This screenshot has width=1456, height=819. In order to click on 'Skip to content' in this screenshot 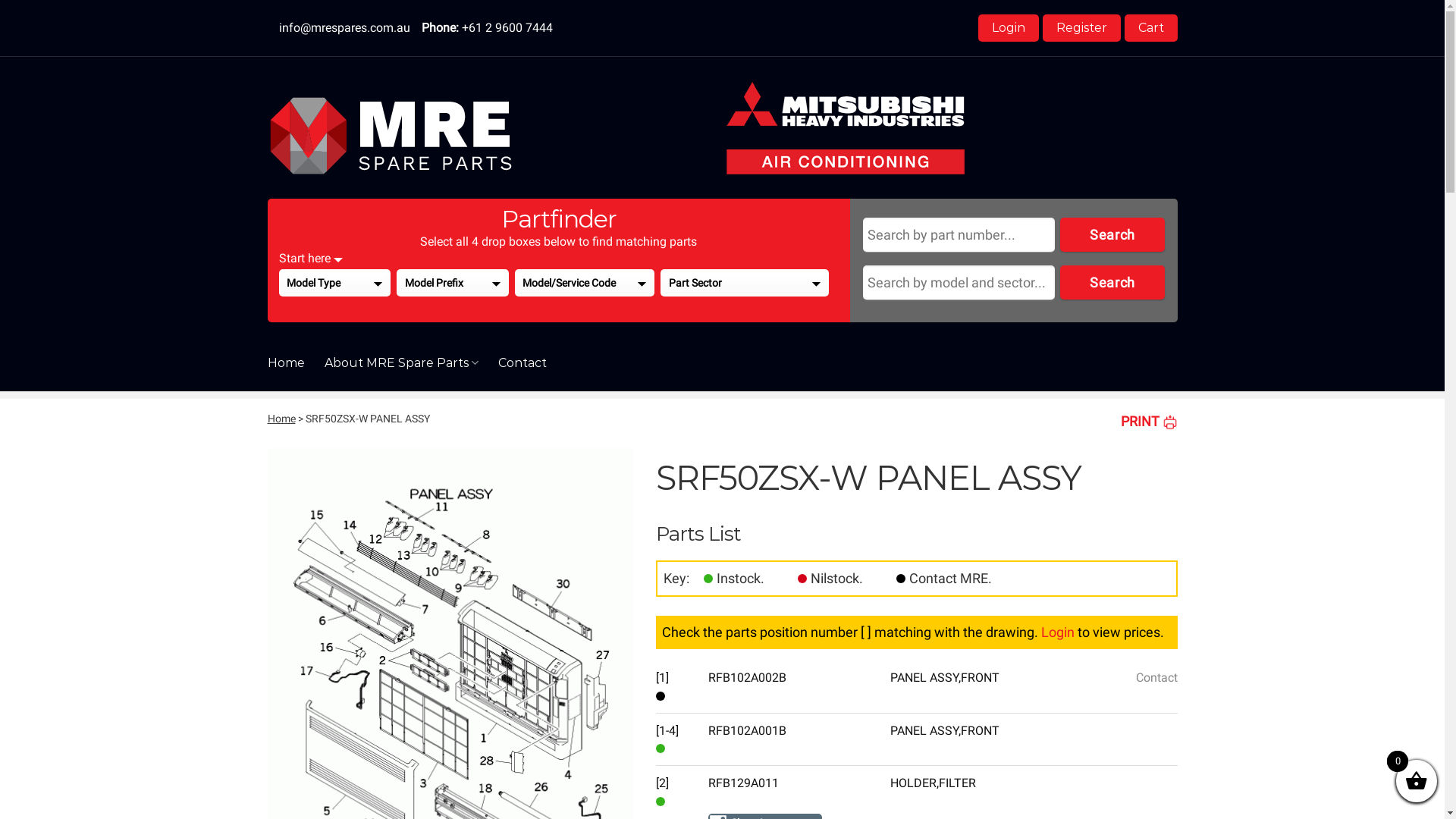, I will do `click(0, 0)`.